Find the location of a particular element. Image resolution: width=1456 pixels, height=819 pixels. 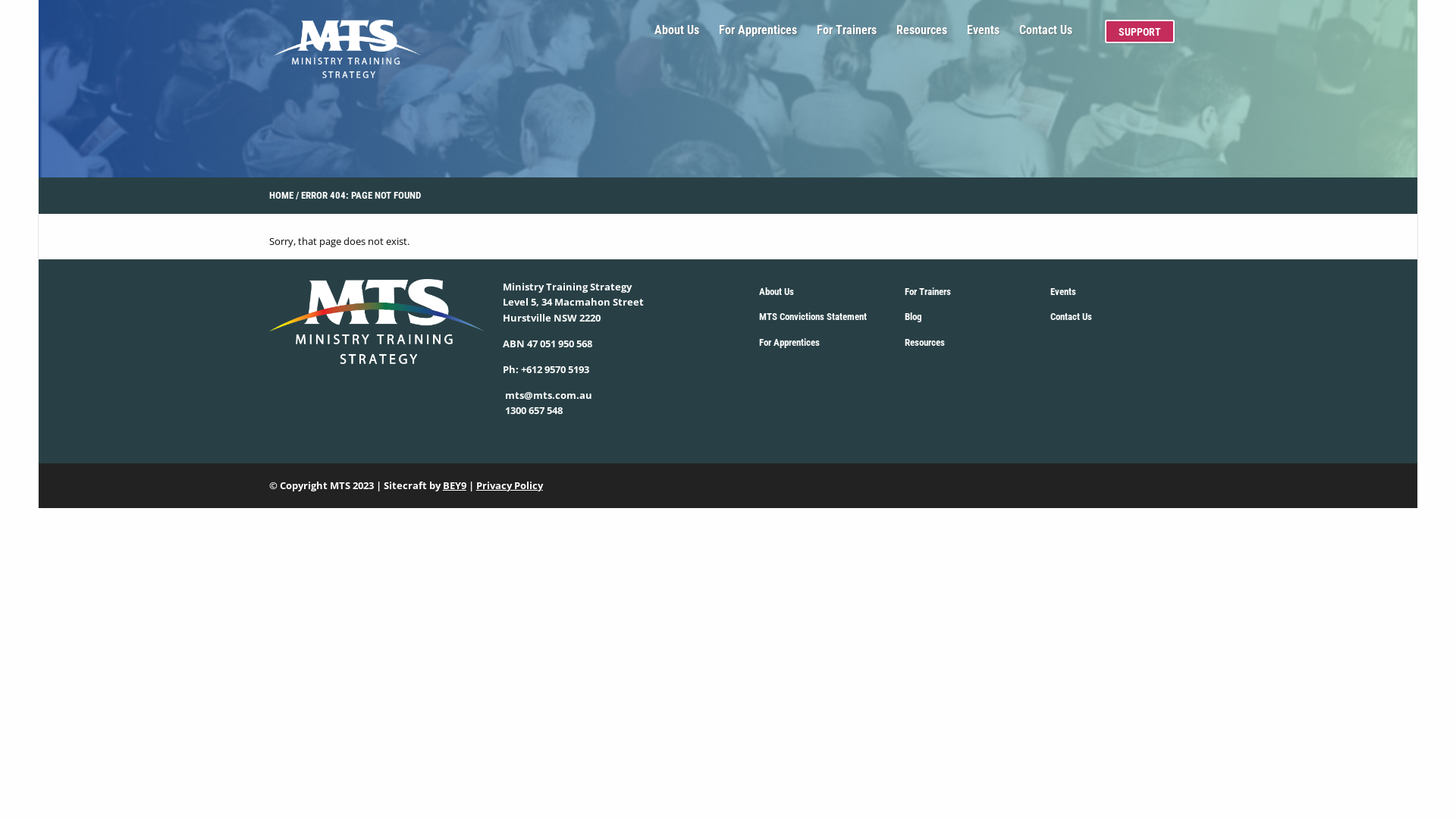

'For Trainers' is located at coordinates (846, 35).